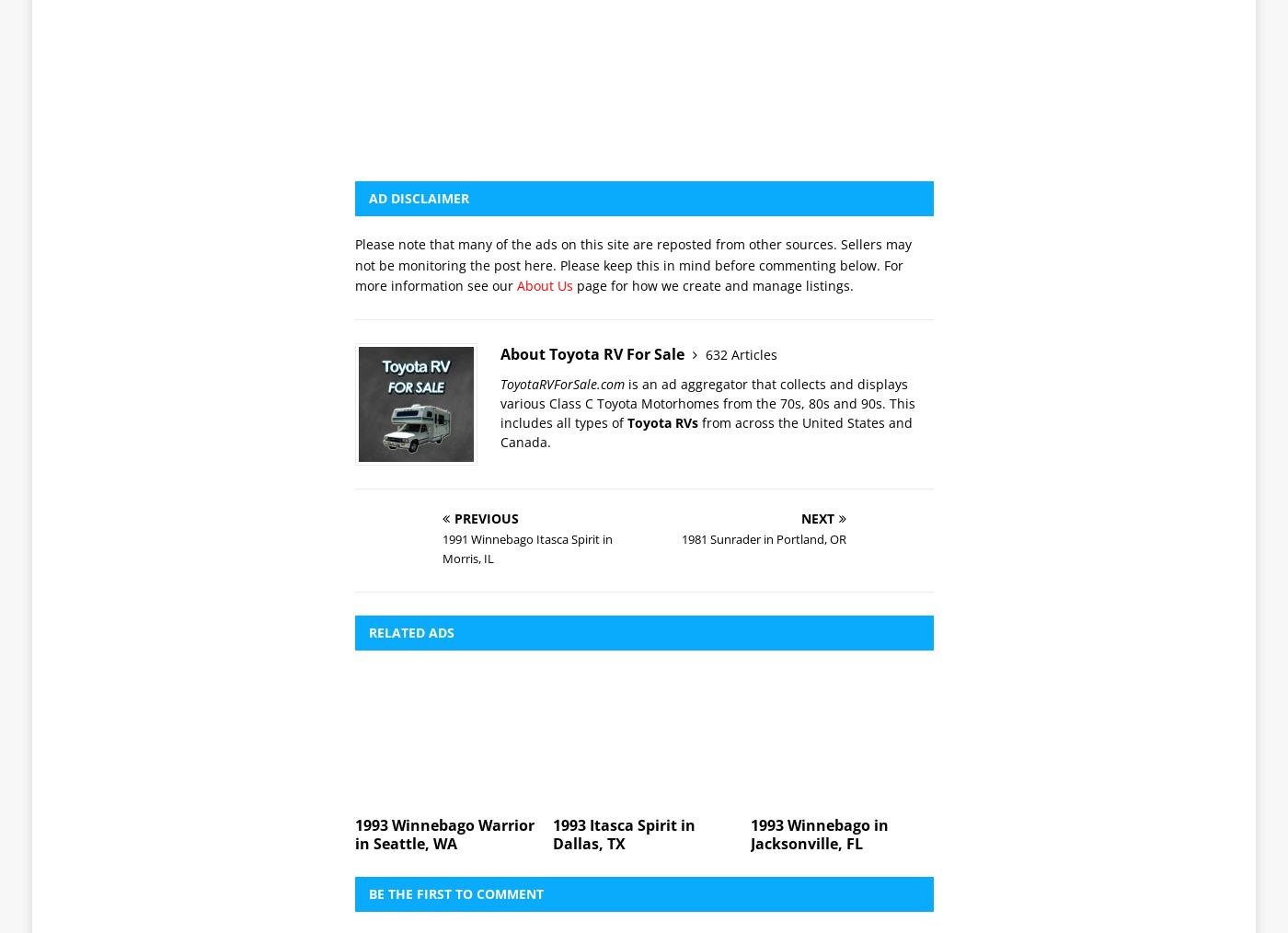  I want to click on 'About Toyota RV For Sale', so click(593, 97).